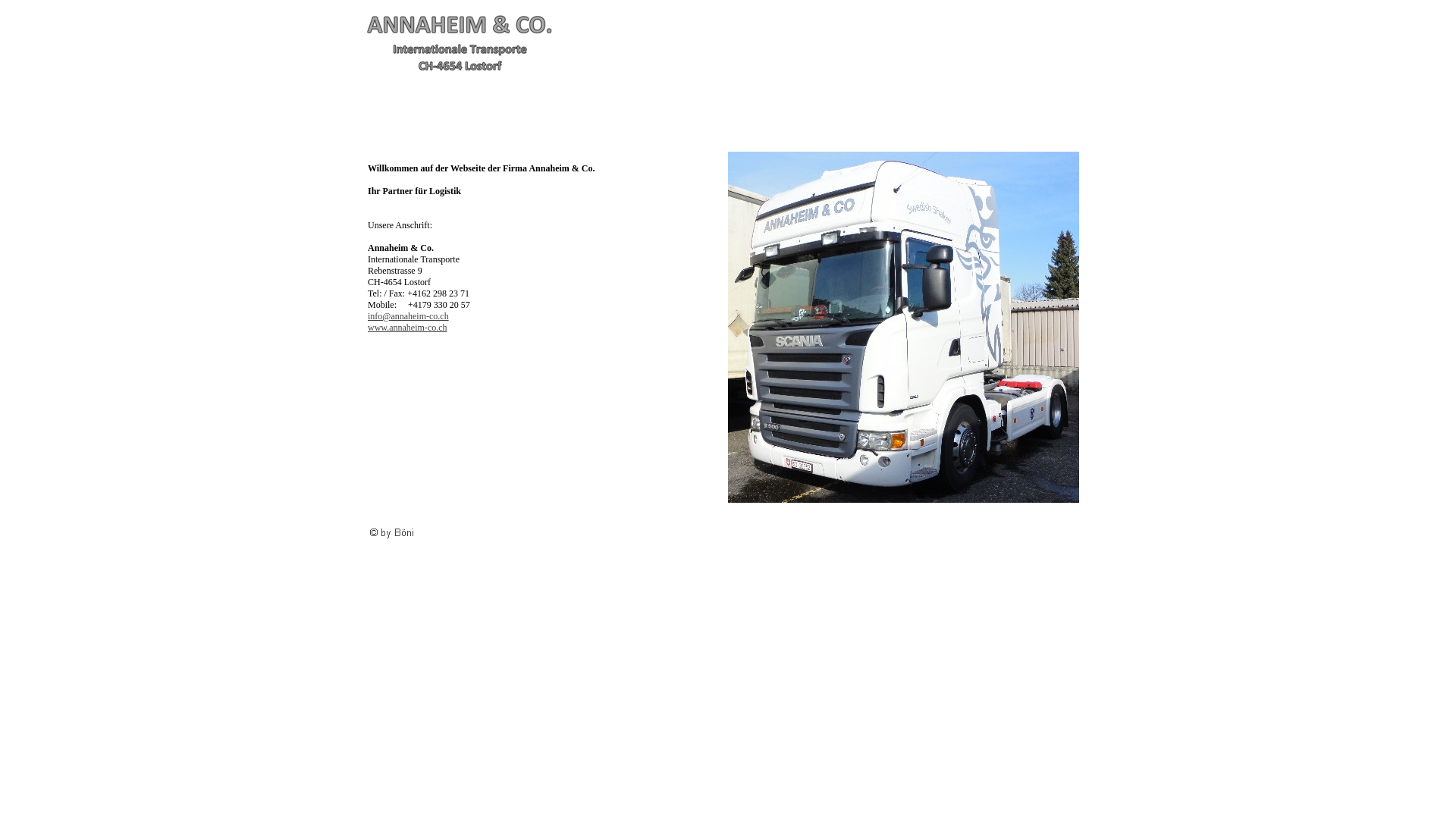 This screenshot has width=1456, height=819. I want to click on 'www.annaheim-co.ch', so click(407, 327).